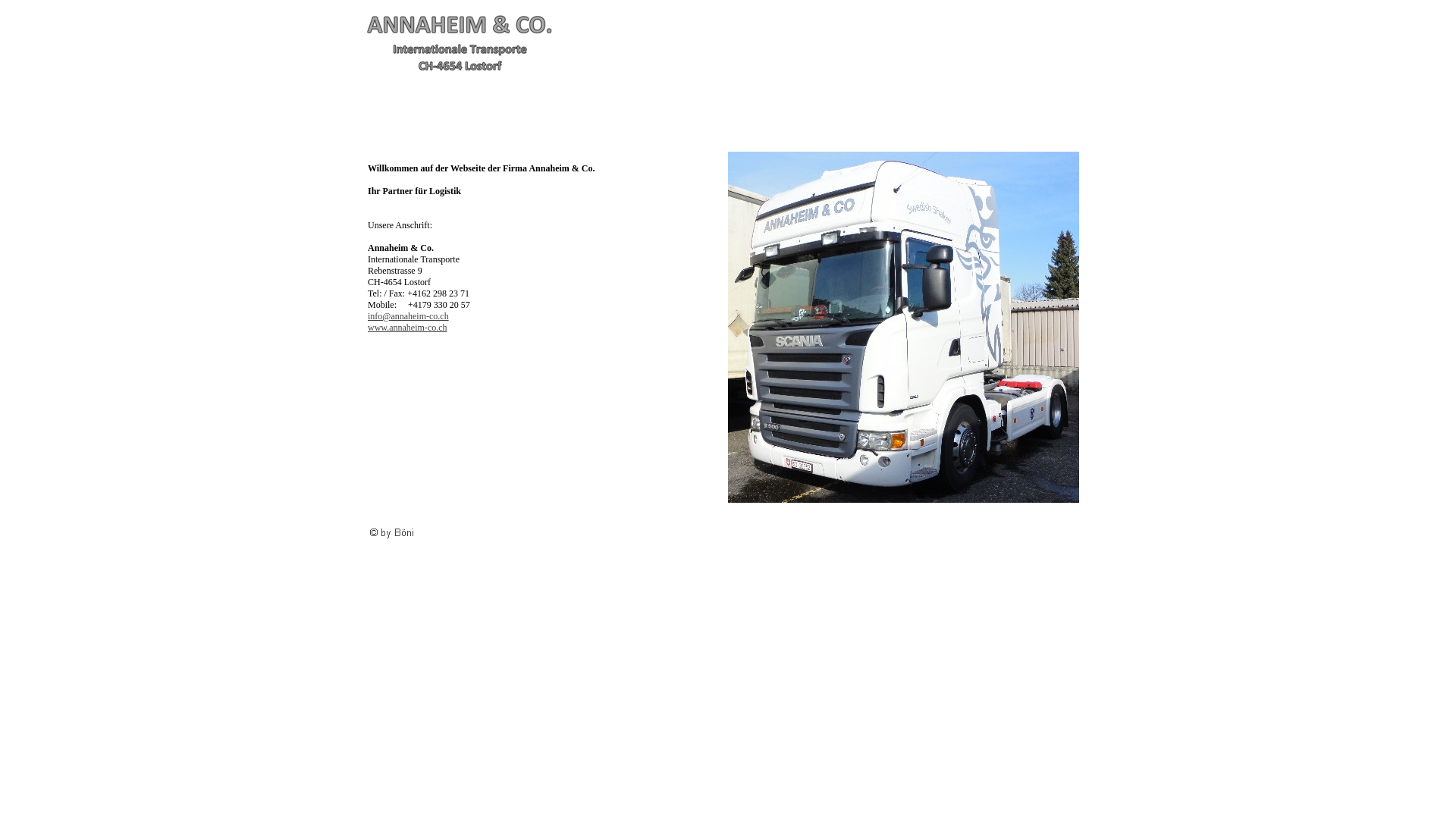 This screenshot has width=1456, height=819. I want to click on 'www.annaheim-co.ch', so click(407, 327).